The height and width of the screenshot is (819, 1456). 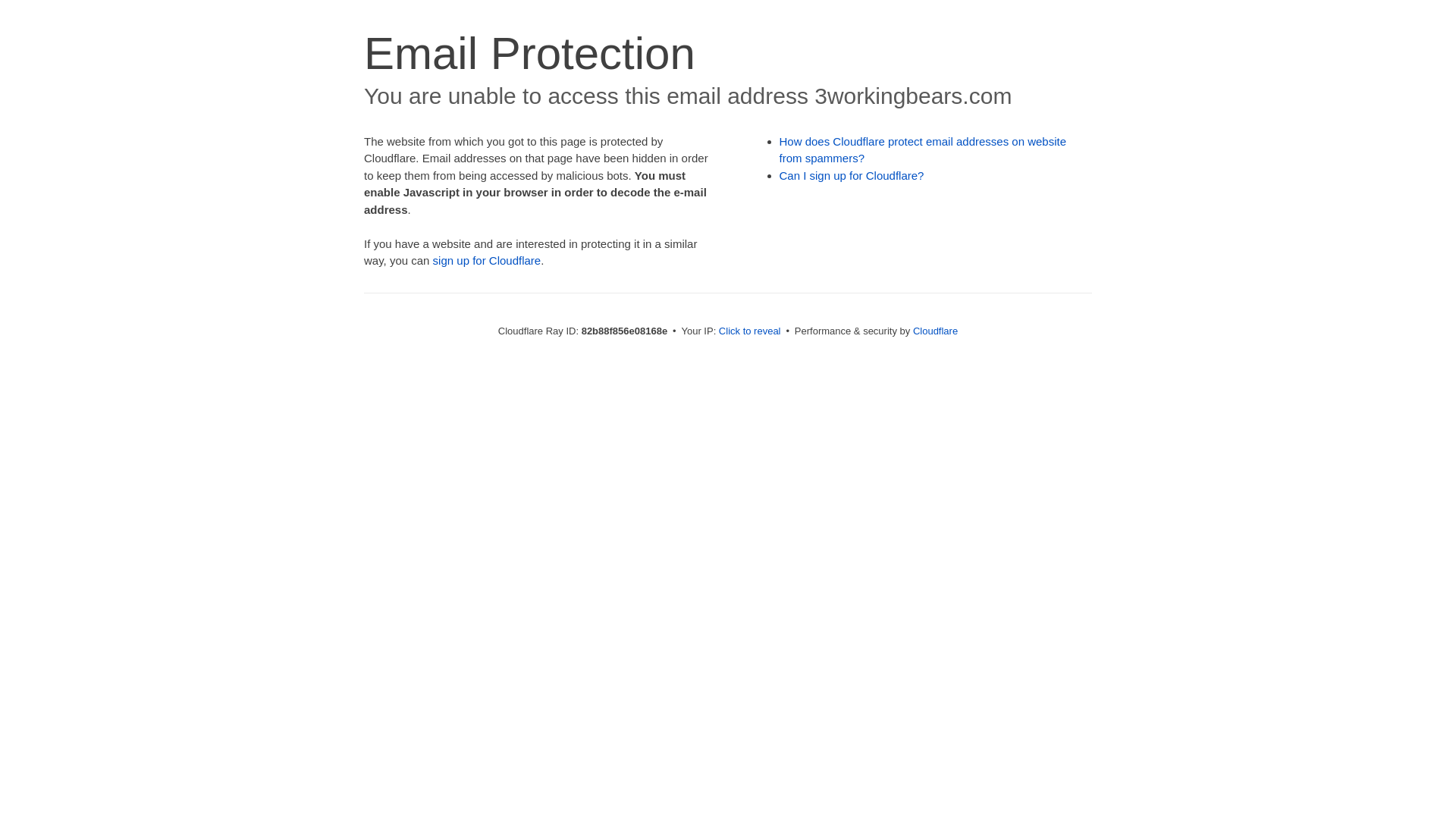 What do you see at coordinates (934, 330) in the screenshot?
I see `'Cloudflare'` at bounding box center [934, 330].